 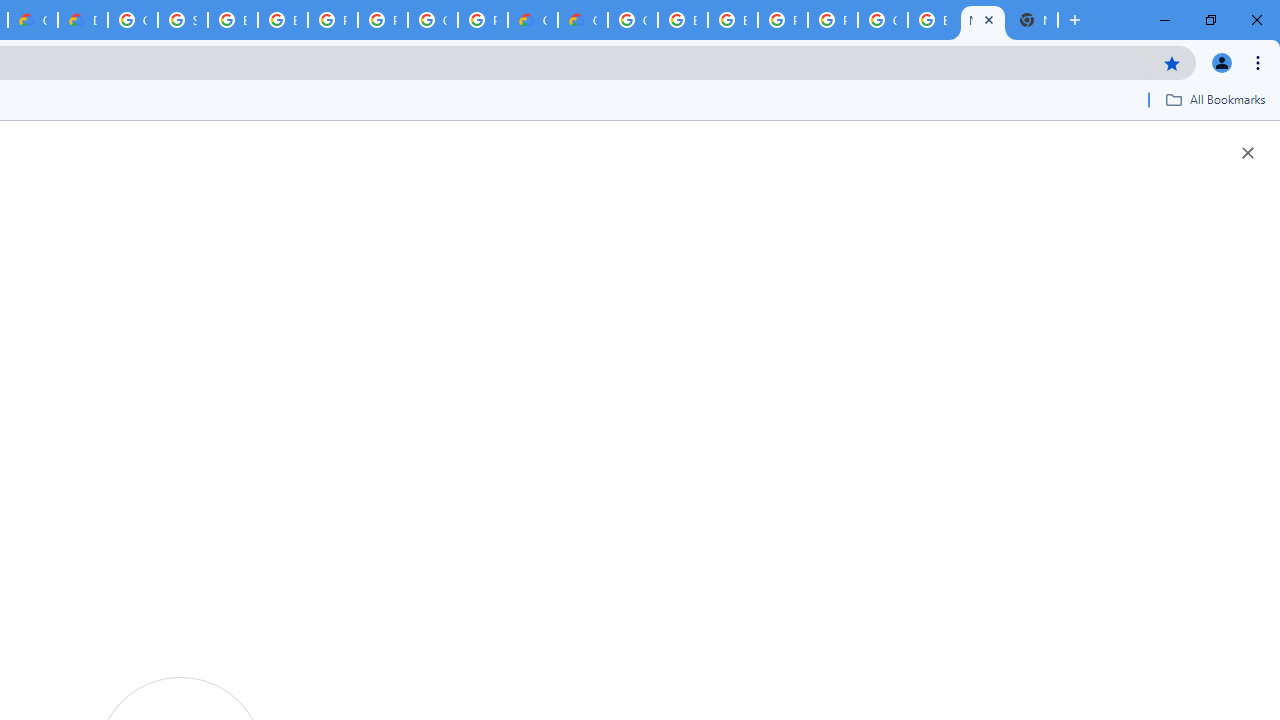 I want to click on 'Sign in - Google Accounts', so click(x=183, y=20).